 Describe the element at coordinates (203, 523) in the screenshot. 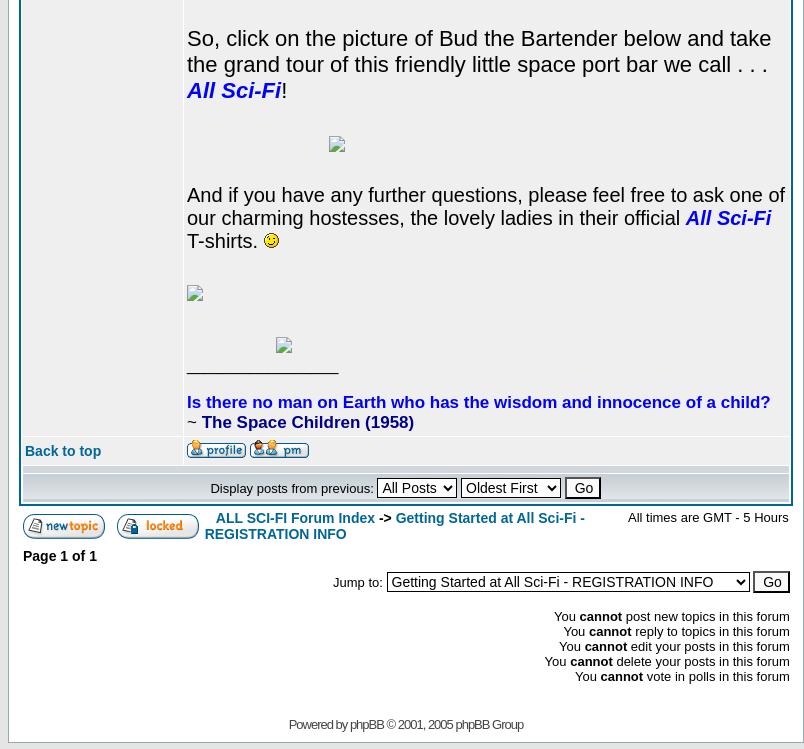

I see `'Getting Started at All Sci-Fi - REGISTRATION INFO'` at that location.